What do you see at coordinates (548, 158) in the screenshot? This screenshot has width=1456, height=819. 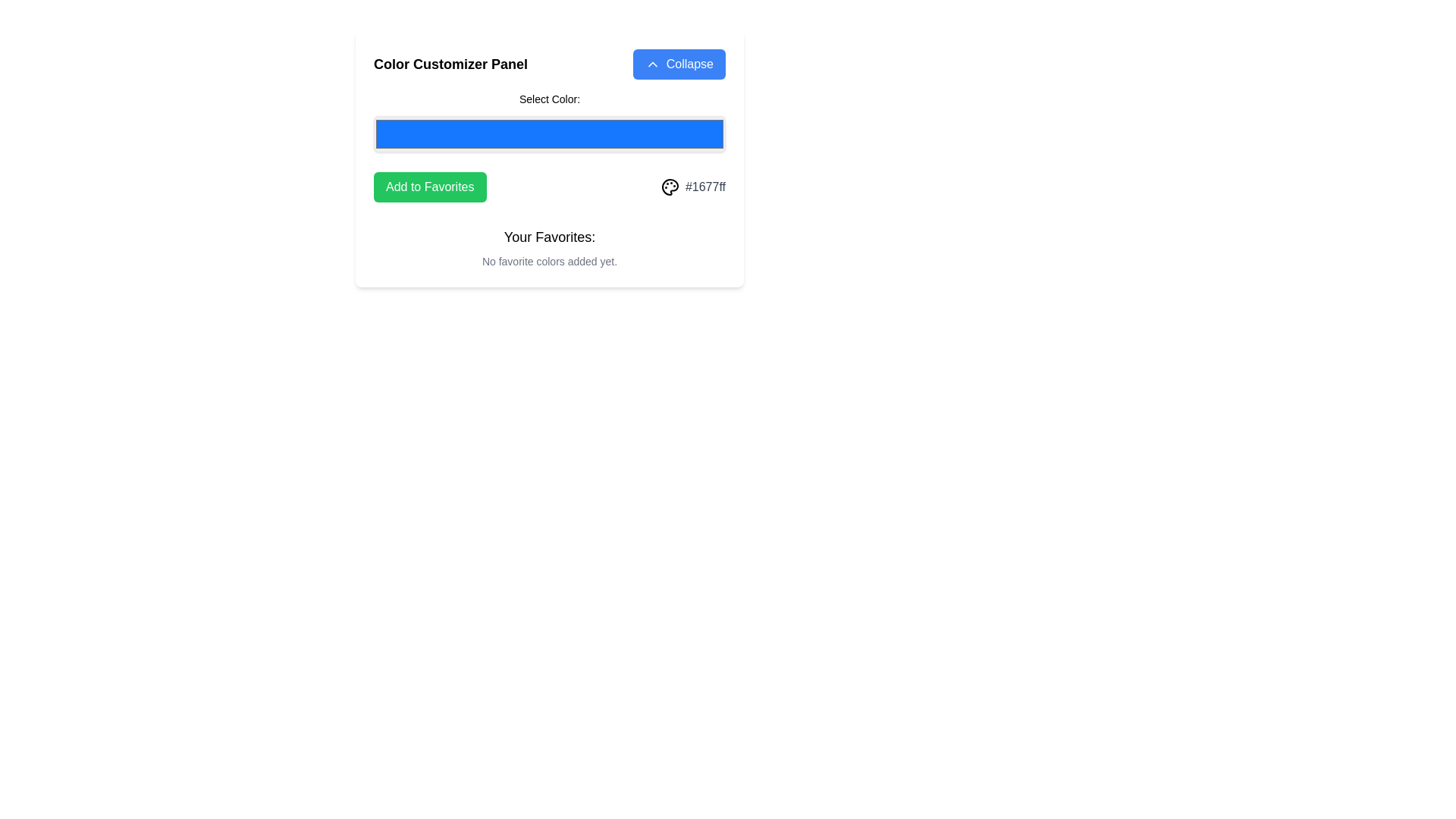 I see `the color input within the 'Color Customizer Panel'` at bounding box center [548, 158].